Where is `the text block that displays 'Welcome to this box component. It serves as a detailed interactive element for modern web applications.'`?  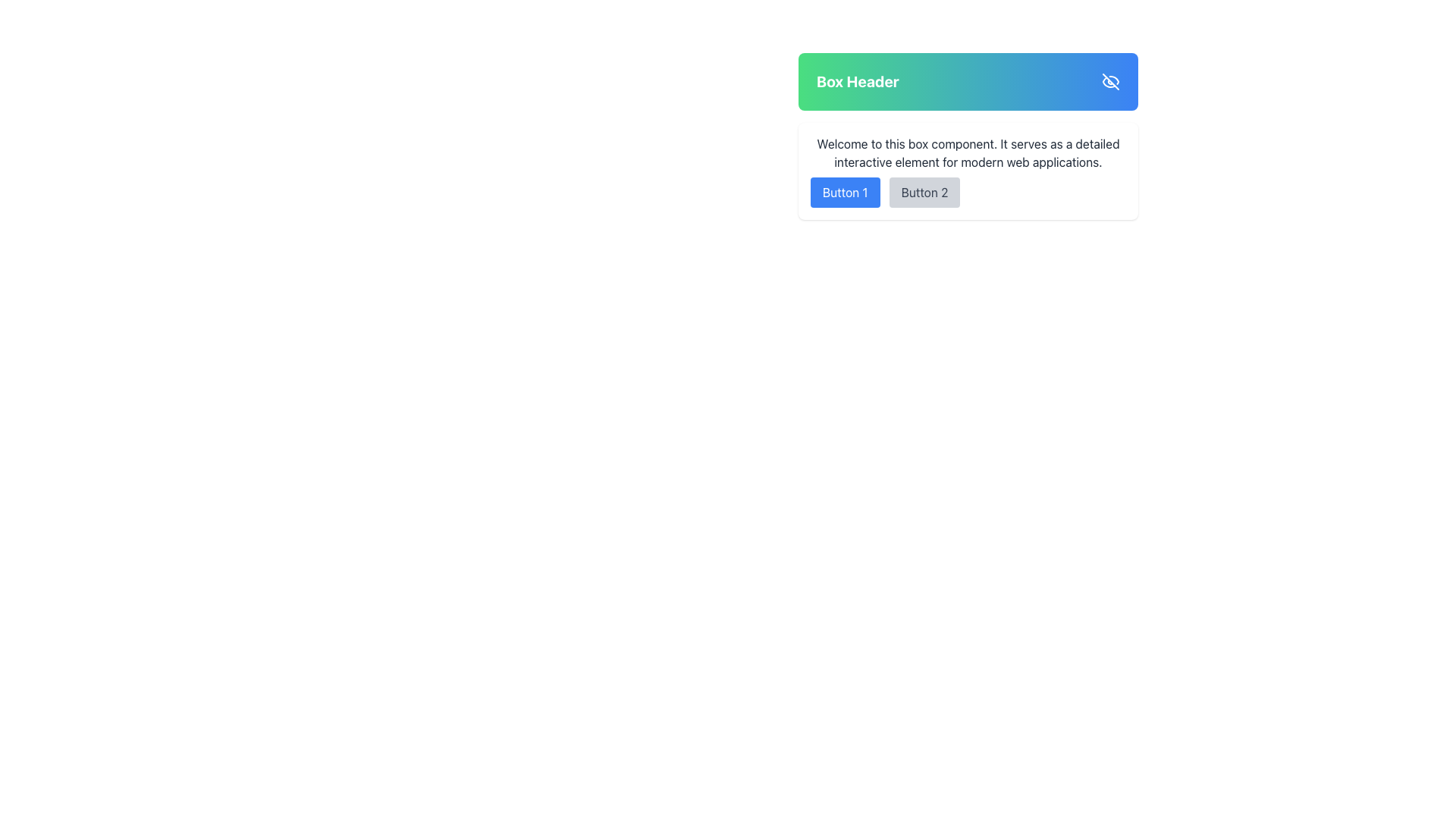 the text block that displays 'Welcome to this box component. It serves as a detailed interactive element for modern web applications.' is located at coordinates (967, 152).